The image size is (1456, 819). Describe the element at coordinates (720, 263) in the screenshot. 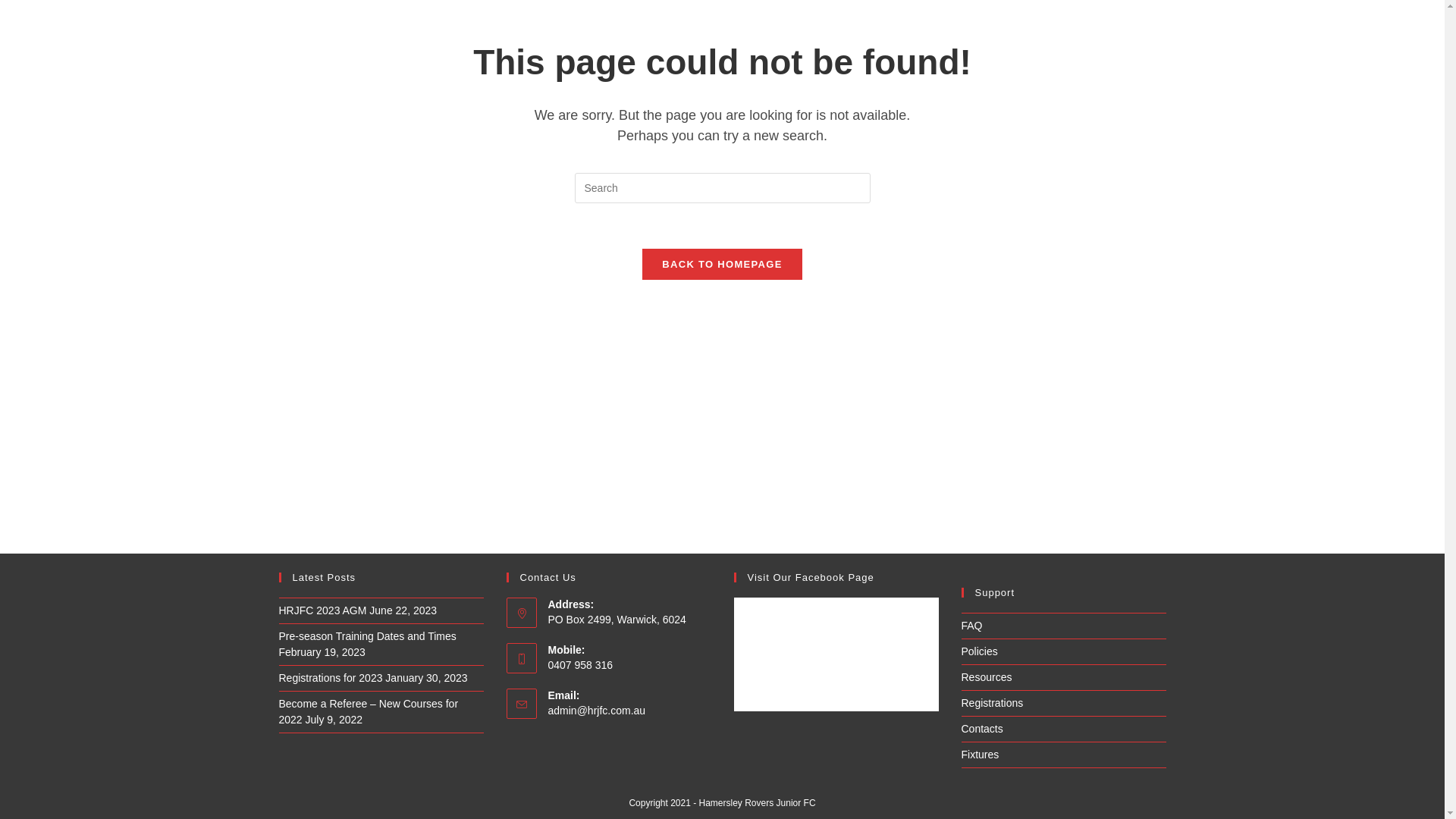

I see `'BACK TO HOMEPAGE'` at that location.